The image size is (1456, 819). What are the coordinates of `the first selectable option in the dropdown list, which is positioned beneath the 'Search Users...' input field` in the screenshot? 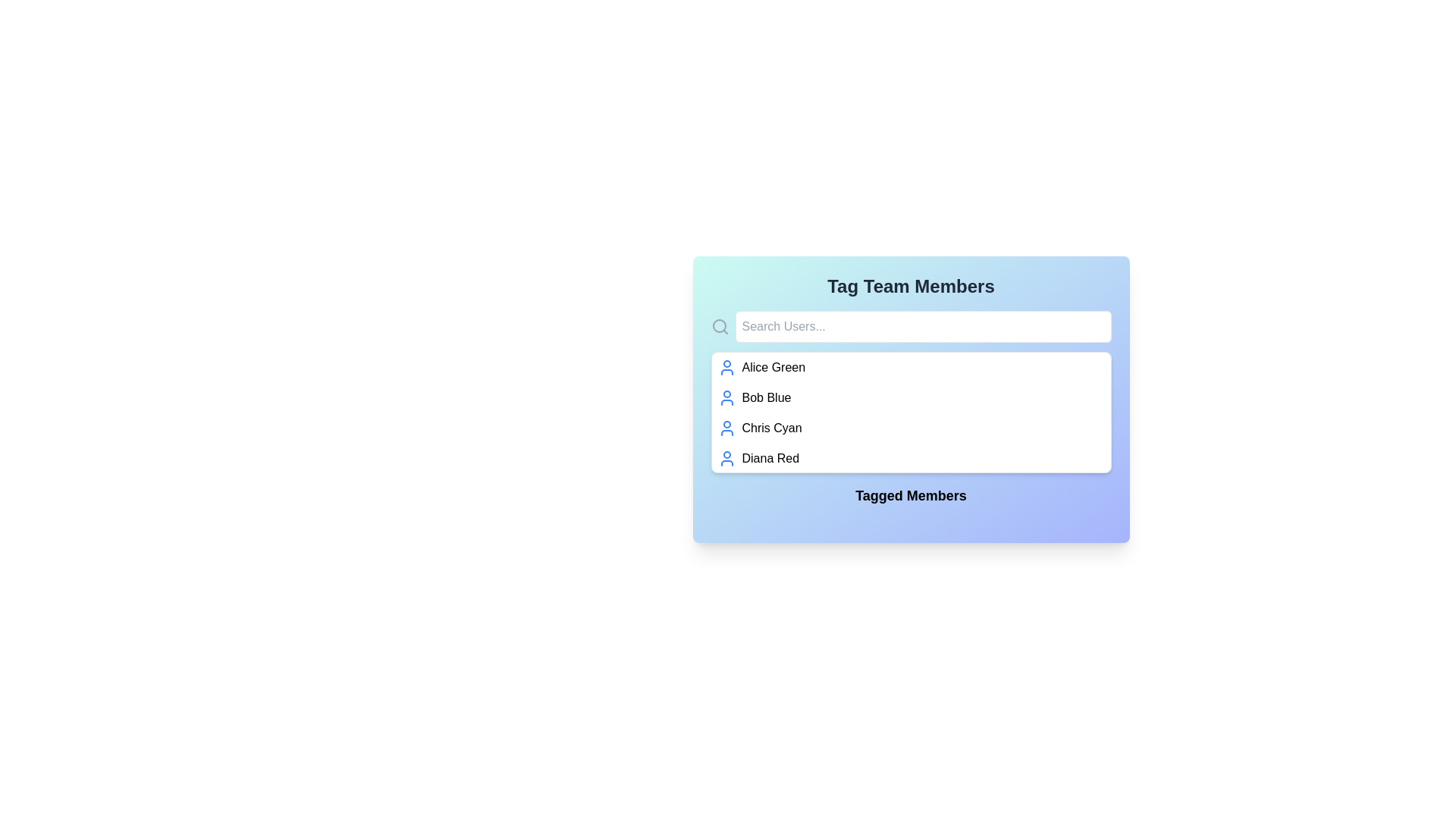 It's located at (910, 368).